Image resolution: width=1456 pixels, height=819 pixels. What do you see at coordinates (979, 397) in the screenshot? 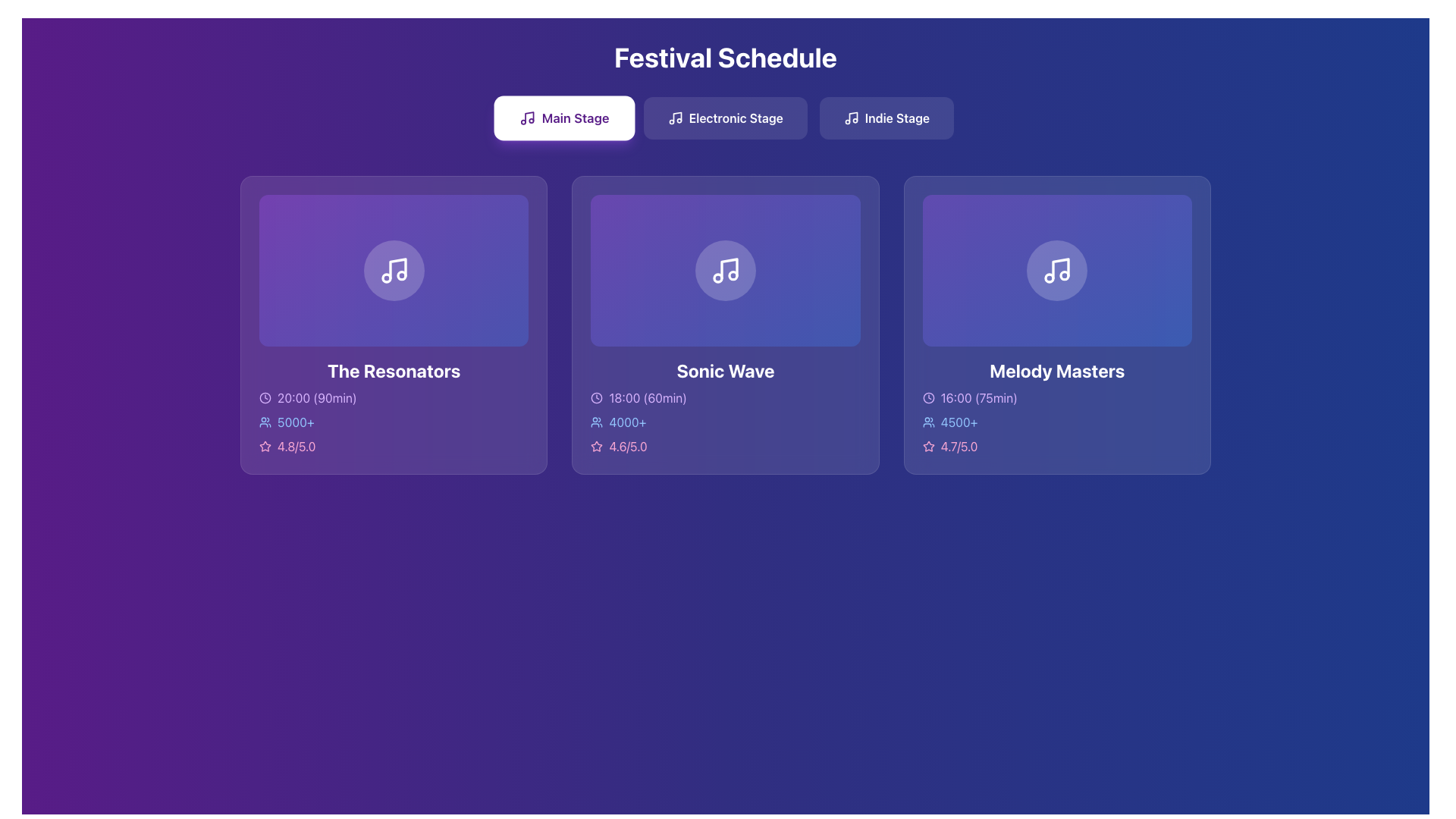
I see `text label displaying the starting time and duration of the event 'Melody Masters' in the 'Festival Schedule' interface, which is located near the top left area of the event card, to note the time information` at bounding box center [979, 397].